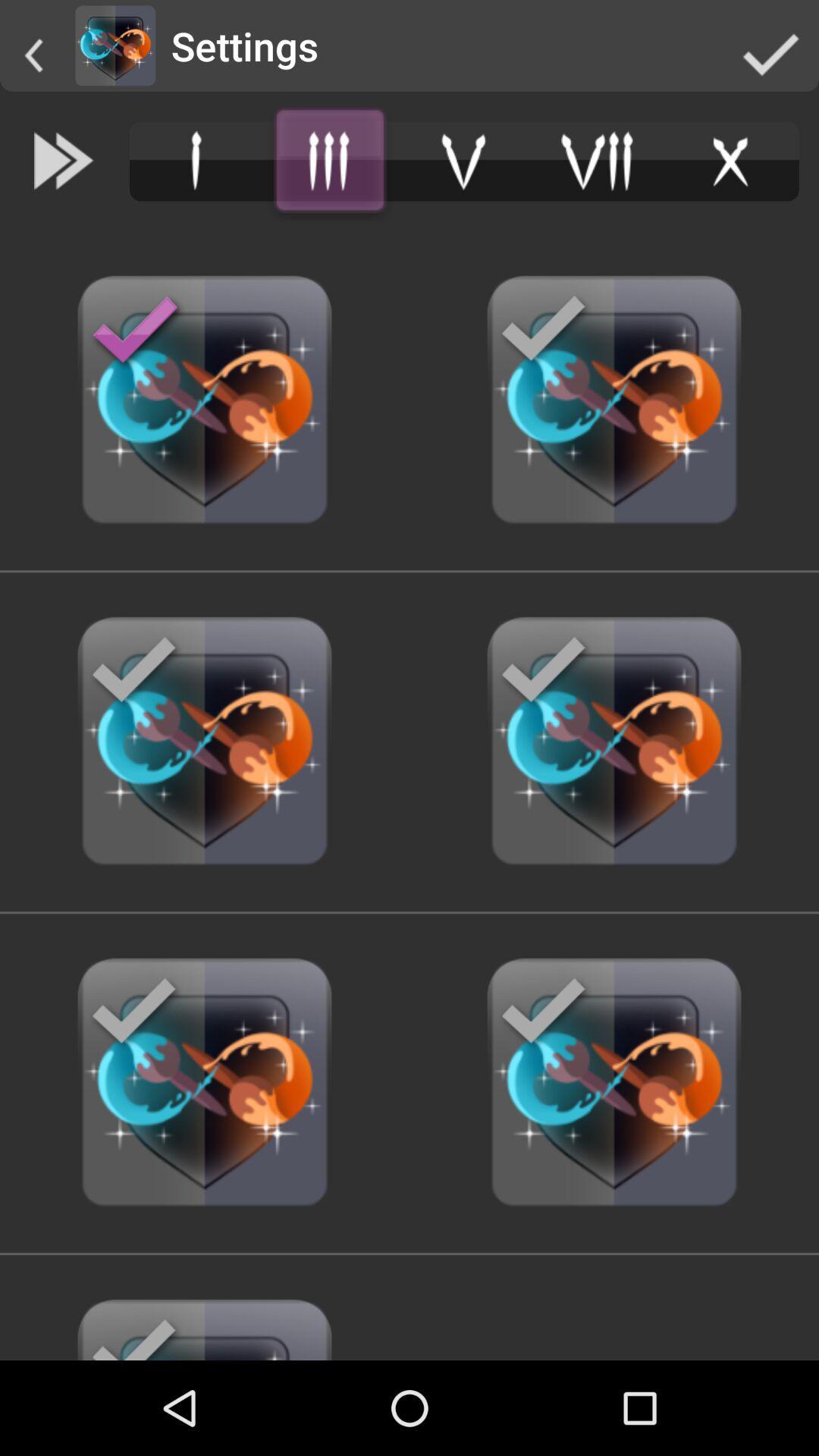 This screenshot has height=1456, width=819. What do you see at coordinates (544, 330) in the screenshot?
I see `the tick mark symbol shown on the second image in the first row` at bounding box center [544, 330].